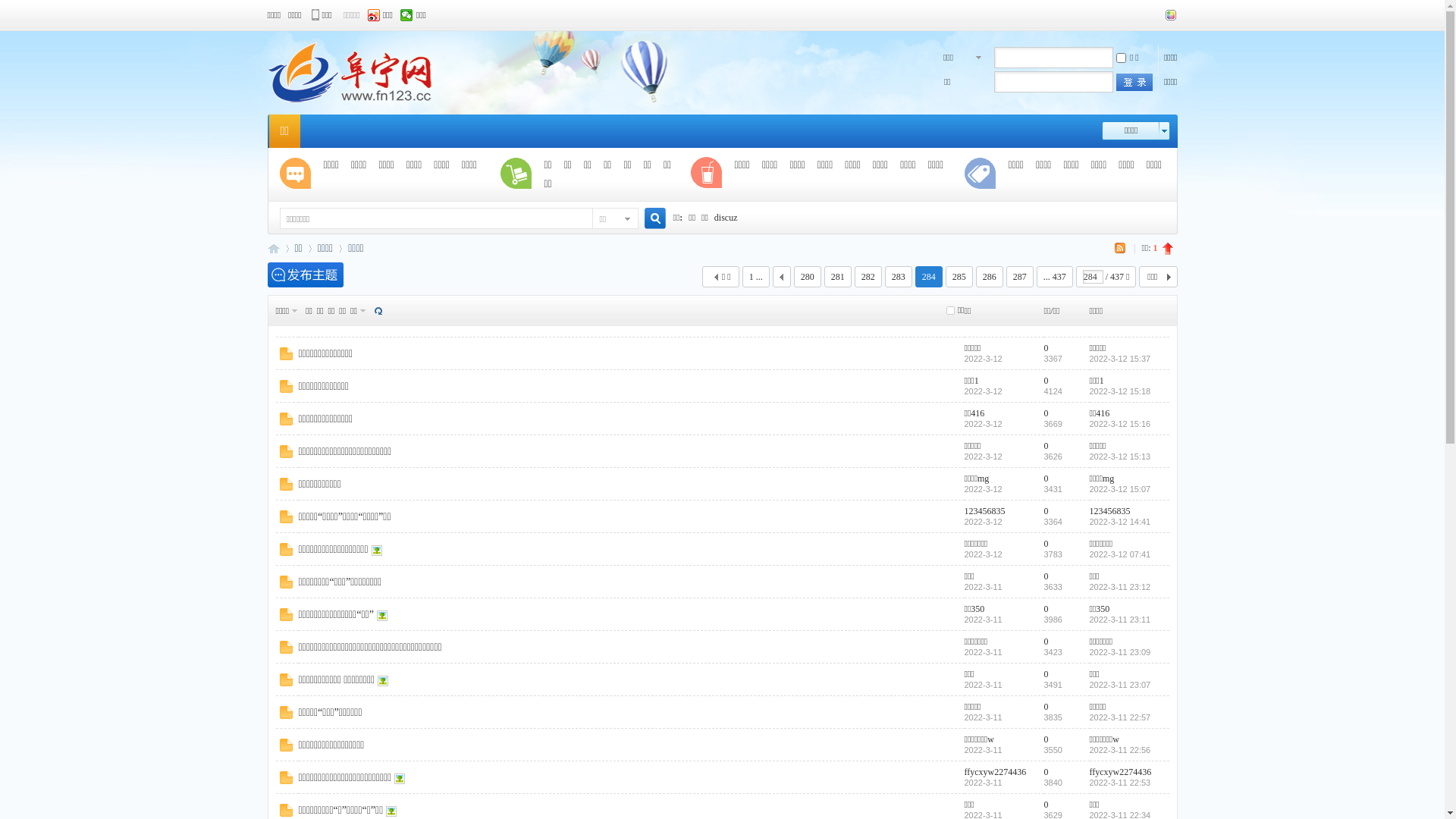 This screenshot has height=819, width=1456. What do you see at coordinates (1119, 620) in the screenshot?
I see `'2022-3-11 23:11'` at bounding box center [1119, 620].